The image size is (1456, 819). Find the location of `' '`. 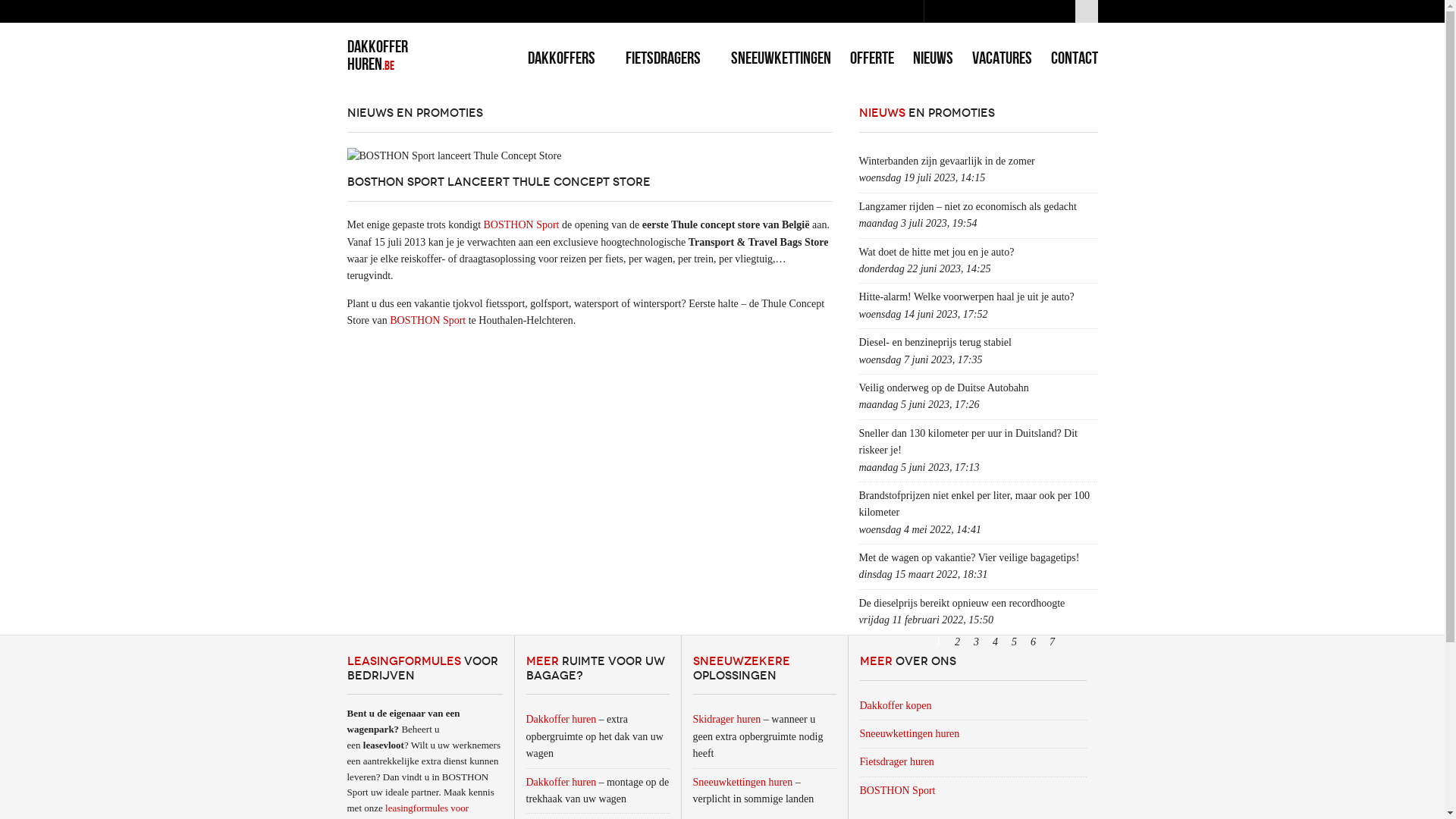

' ' is located at coordinates (1062, 642).